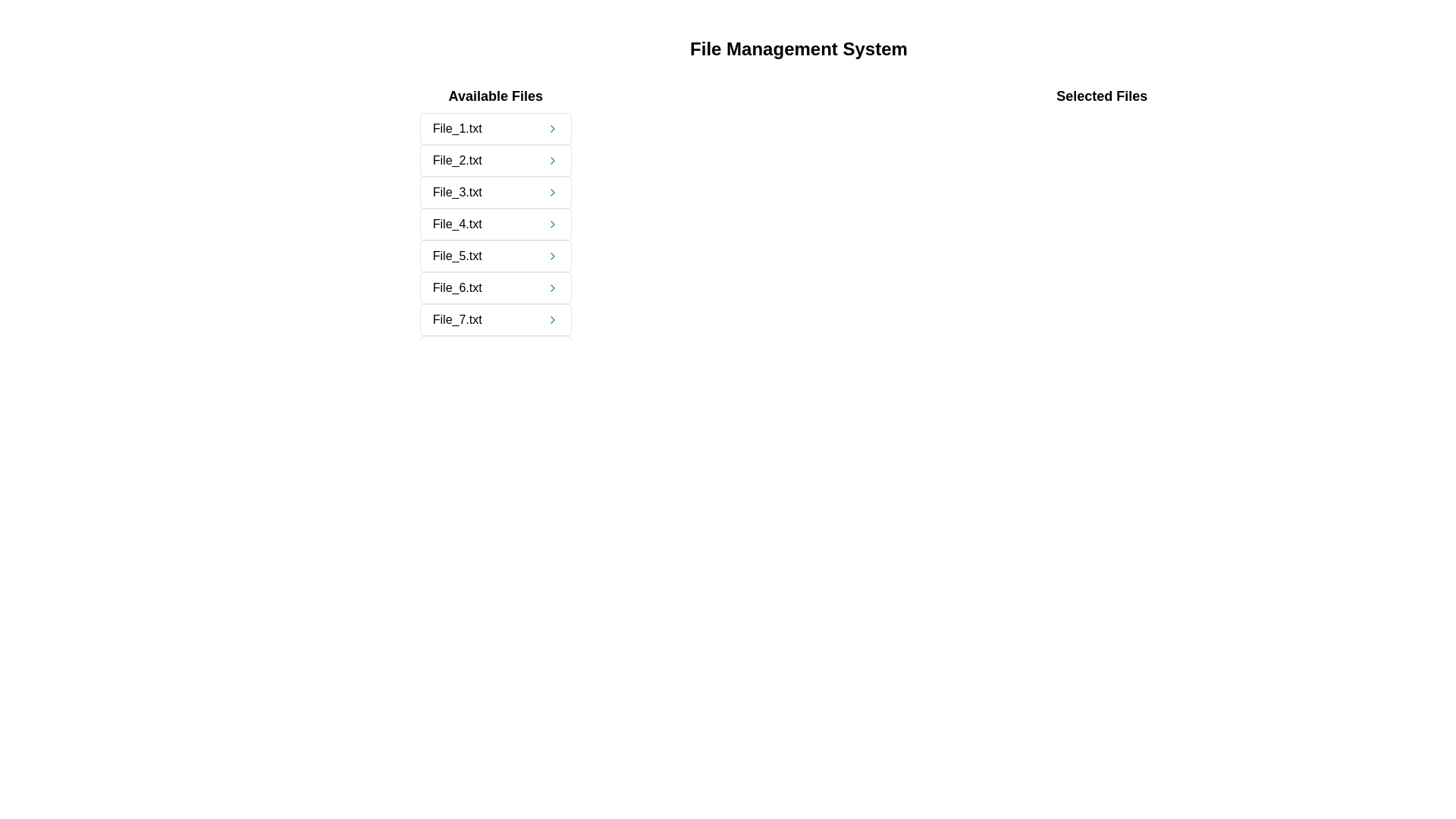 This screenshot has width=1456, height=819. What do you see at coordinates (798, 49) in the screenshot?
I see `displayed text from the bold label 'File Management System' located at the top of the layout` at bounding box center [798, 49].